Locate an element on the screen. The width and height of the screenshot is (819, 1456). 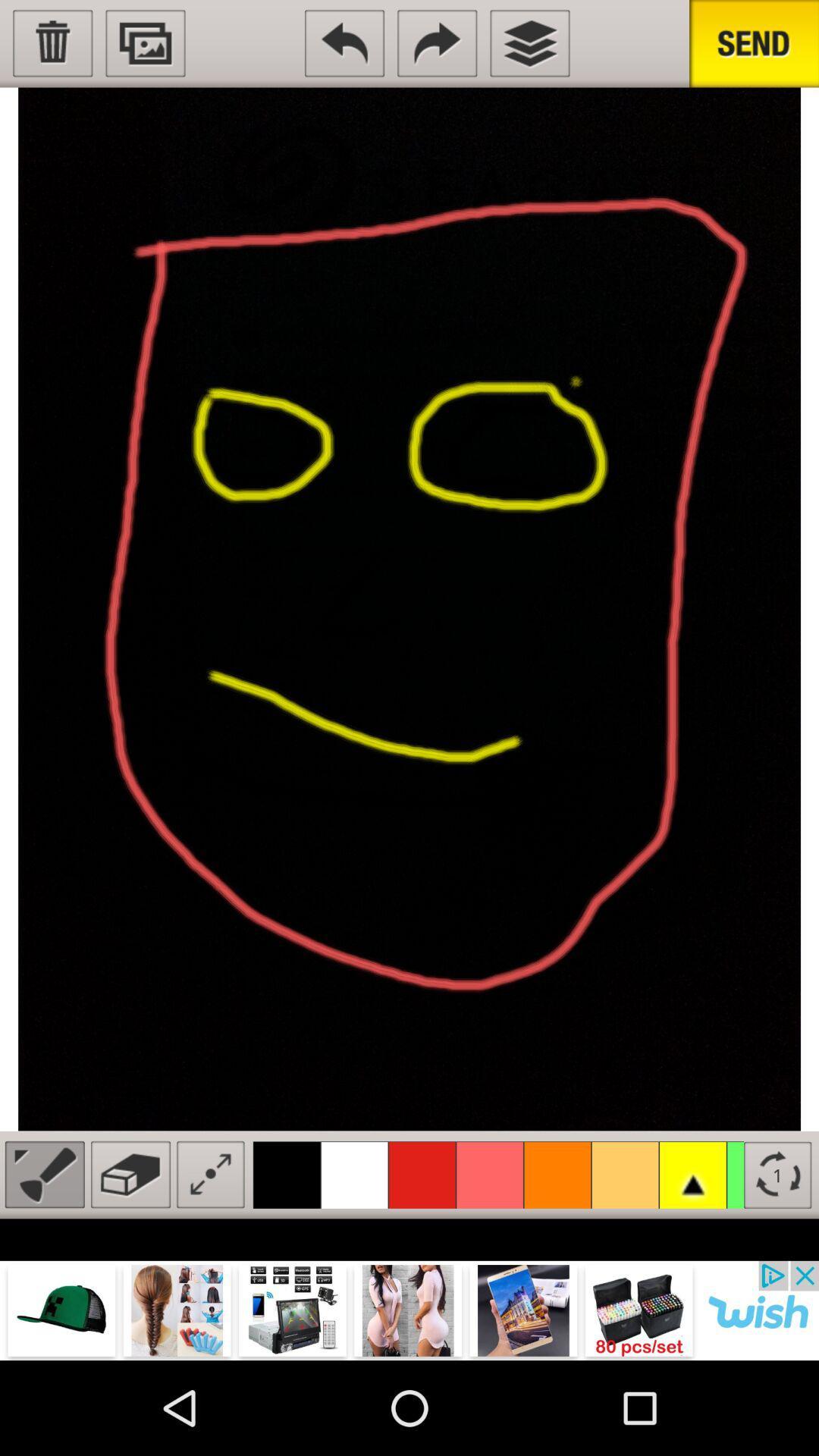
select is located at coordinates (52, 43).